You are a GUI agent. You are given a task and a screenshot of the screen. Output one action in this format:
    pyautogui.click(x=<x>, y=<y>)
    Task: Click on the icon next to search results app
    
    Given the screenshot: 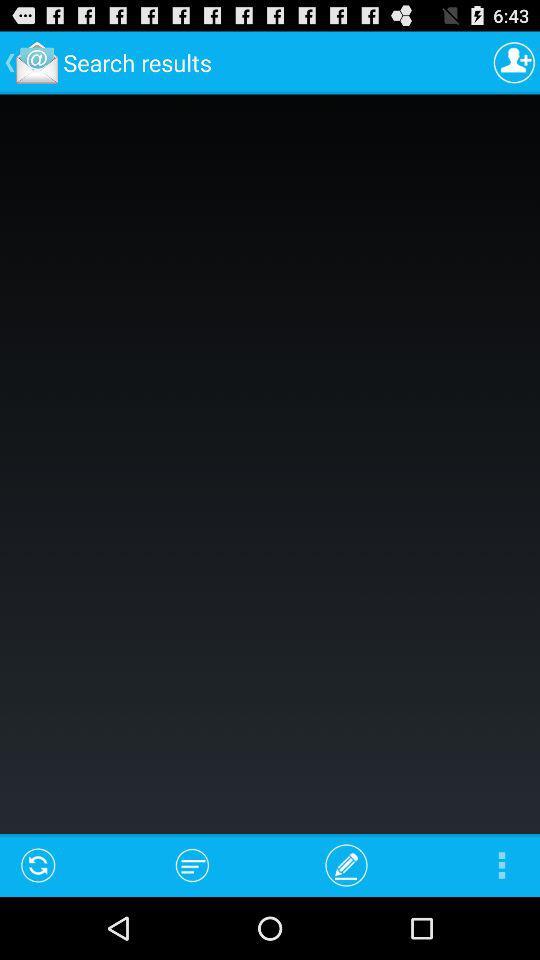 What is the action you would take?
    pyautogui.click(x=514, y=62)
    